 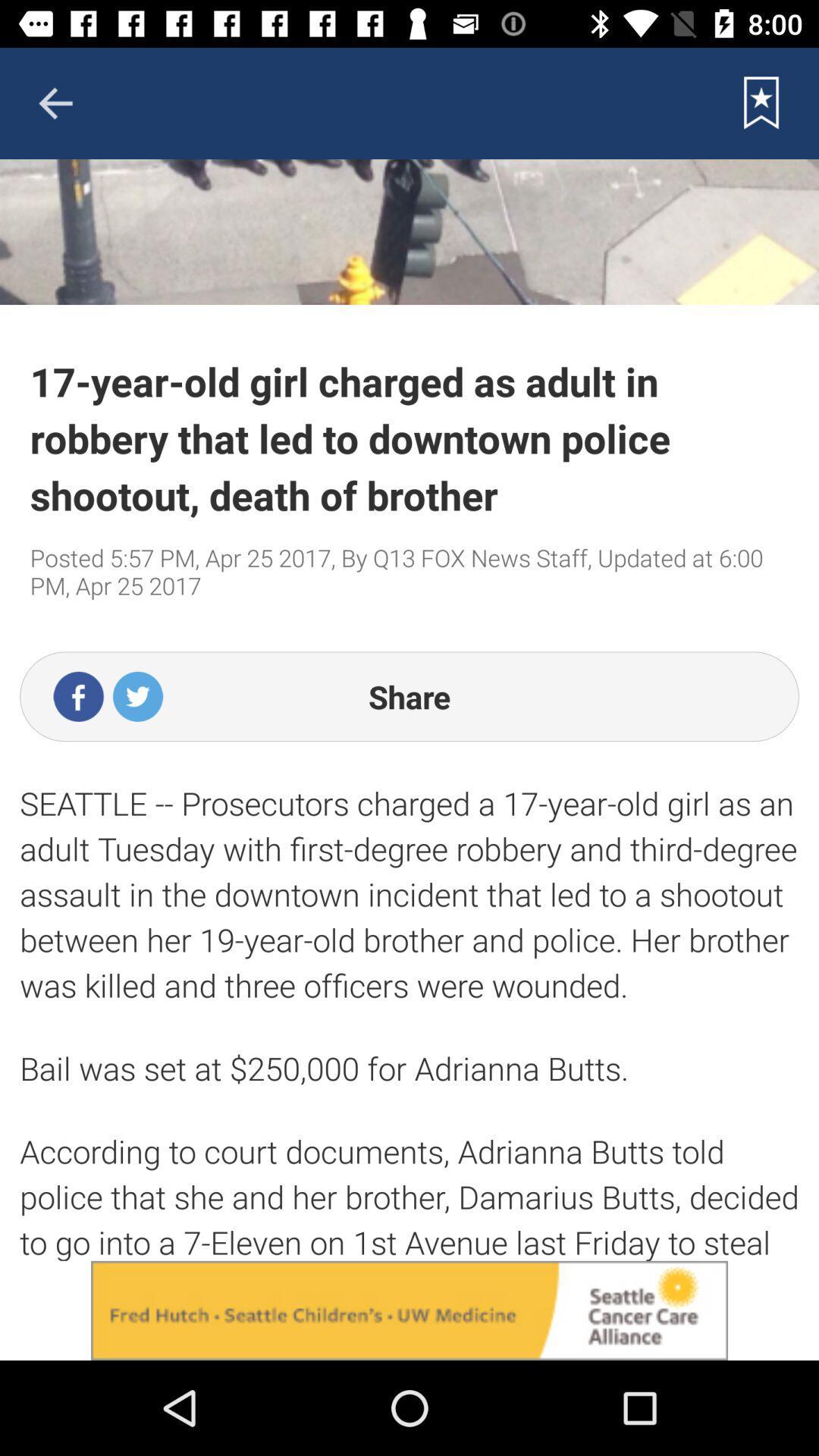 I want to click on button, so click(x=761, y=102).